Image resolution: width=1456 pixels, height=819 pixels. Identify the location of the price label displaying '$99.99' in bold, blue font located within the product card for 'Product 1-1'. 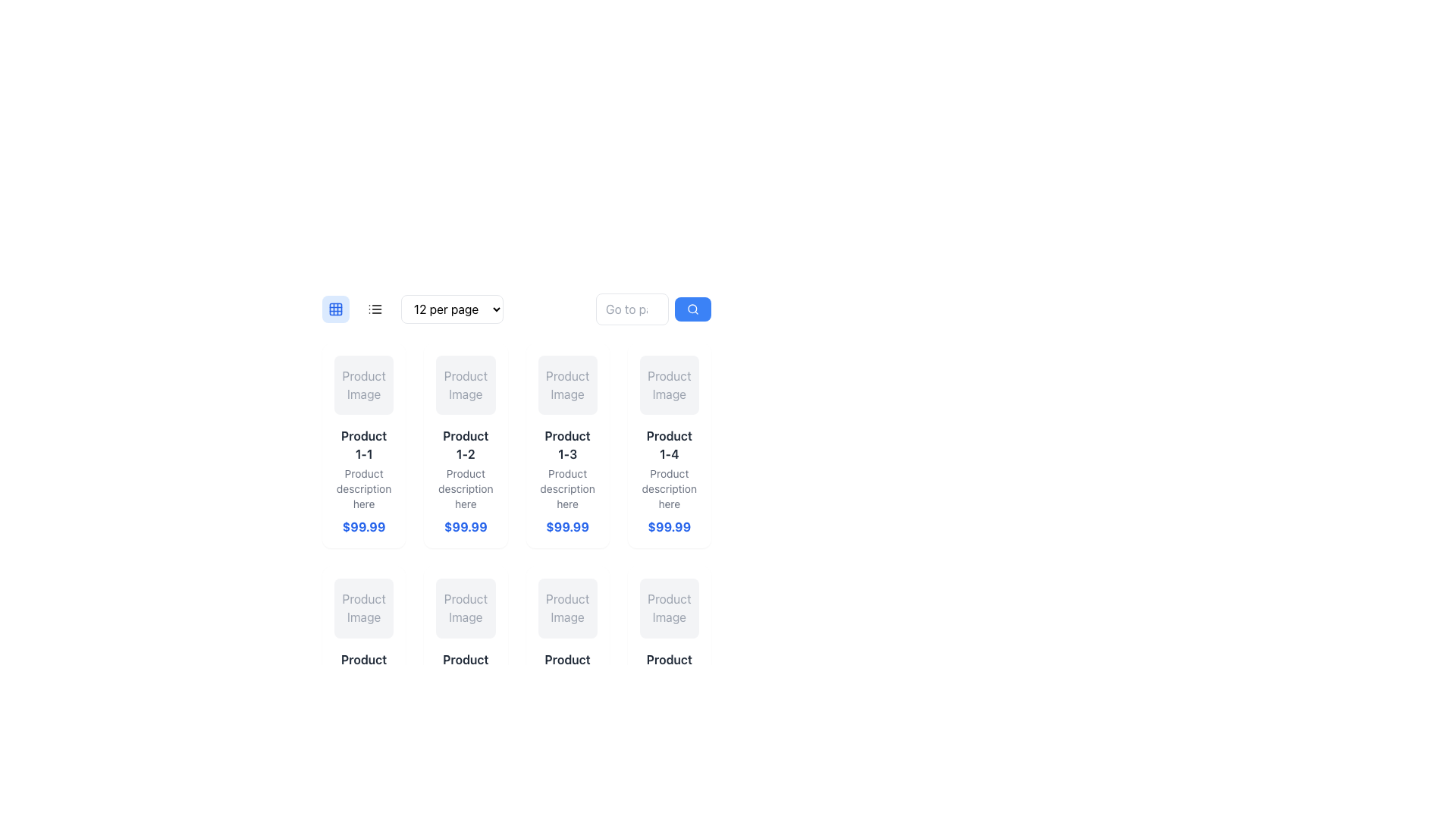
(364, 526).